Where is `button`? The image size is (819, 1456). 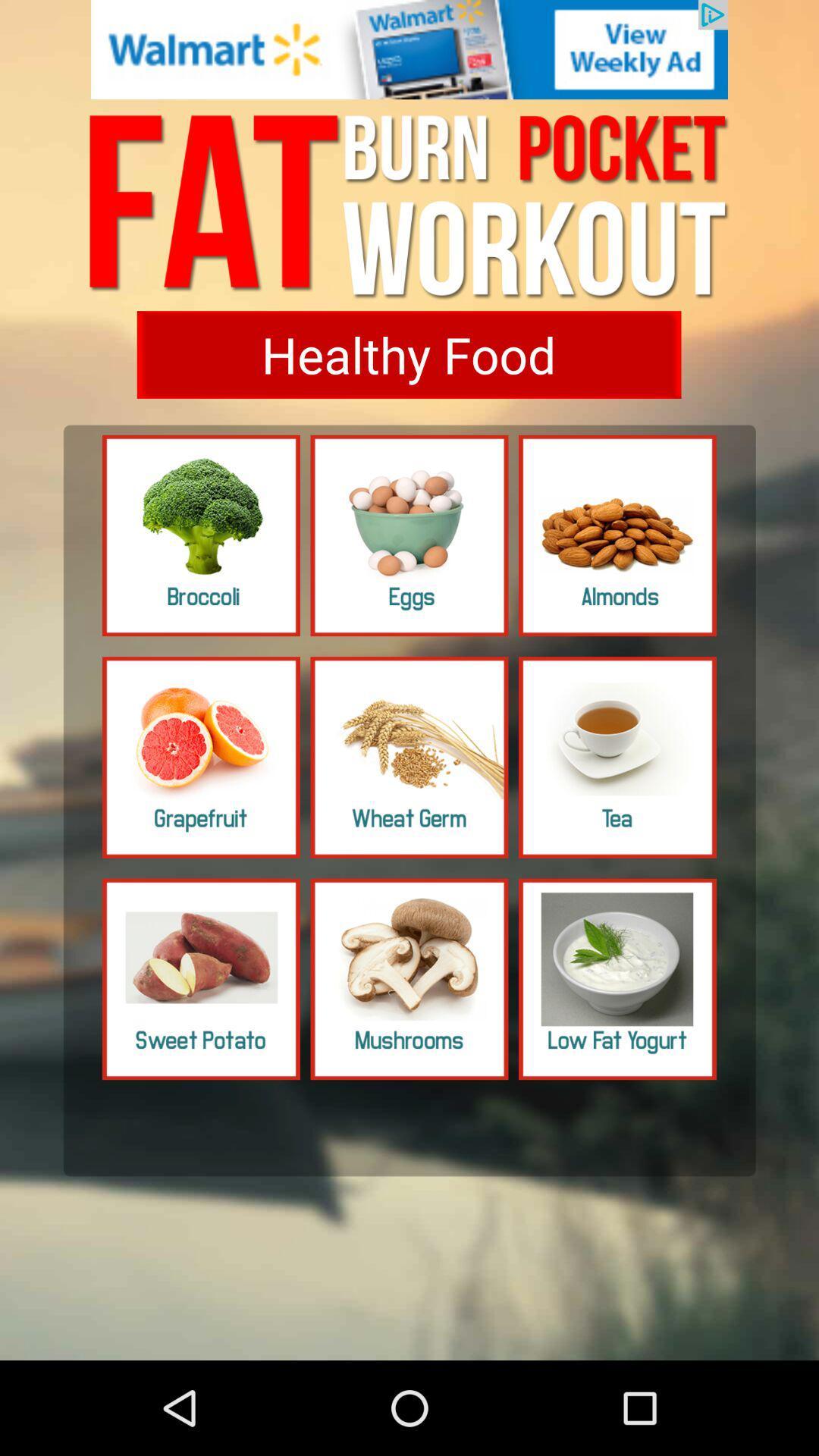 button is located at coordinates (408, 353).